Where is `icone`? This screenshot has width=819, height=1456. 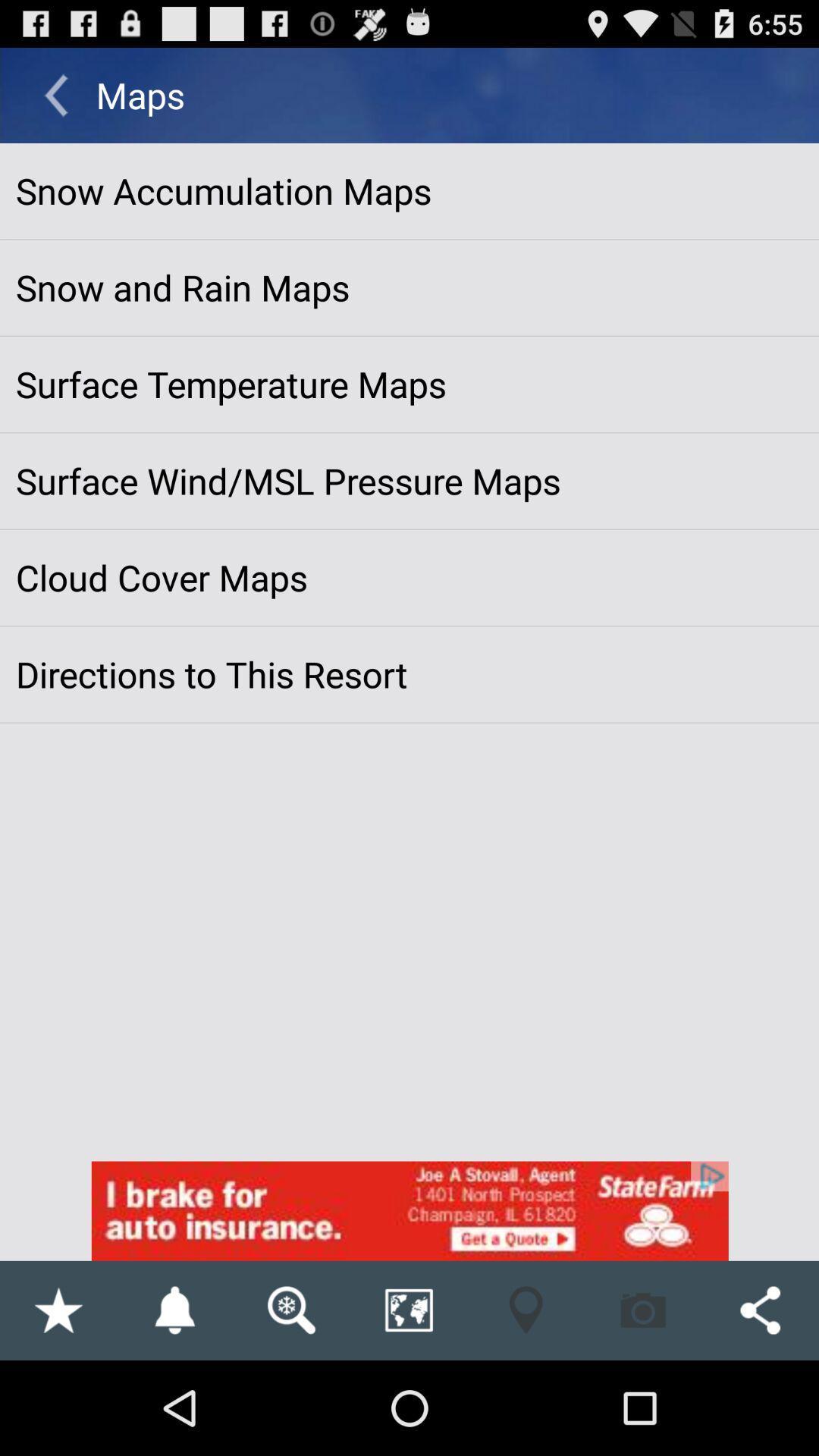
icone is located at coordinates (409, 1210).